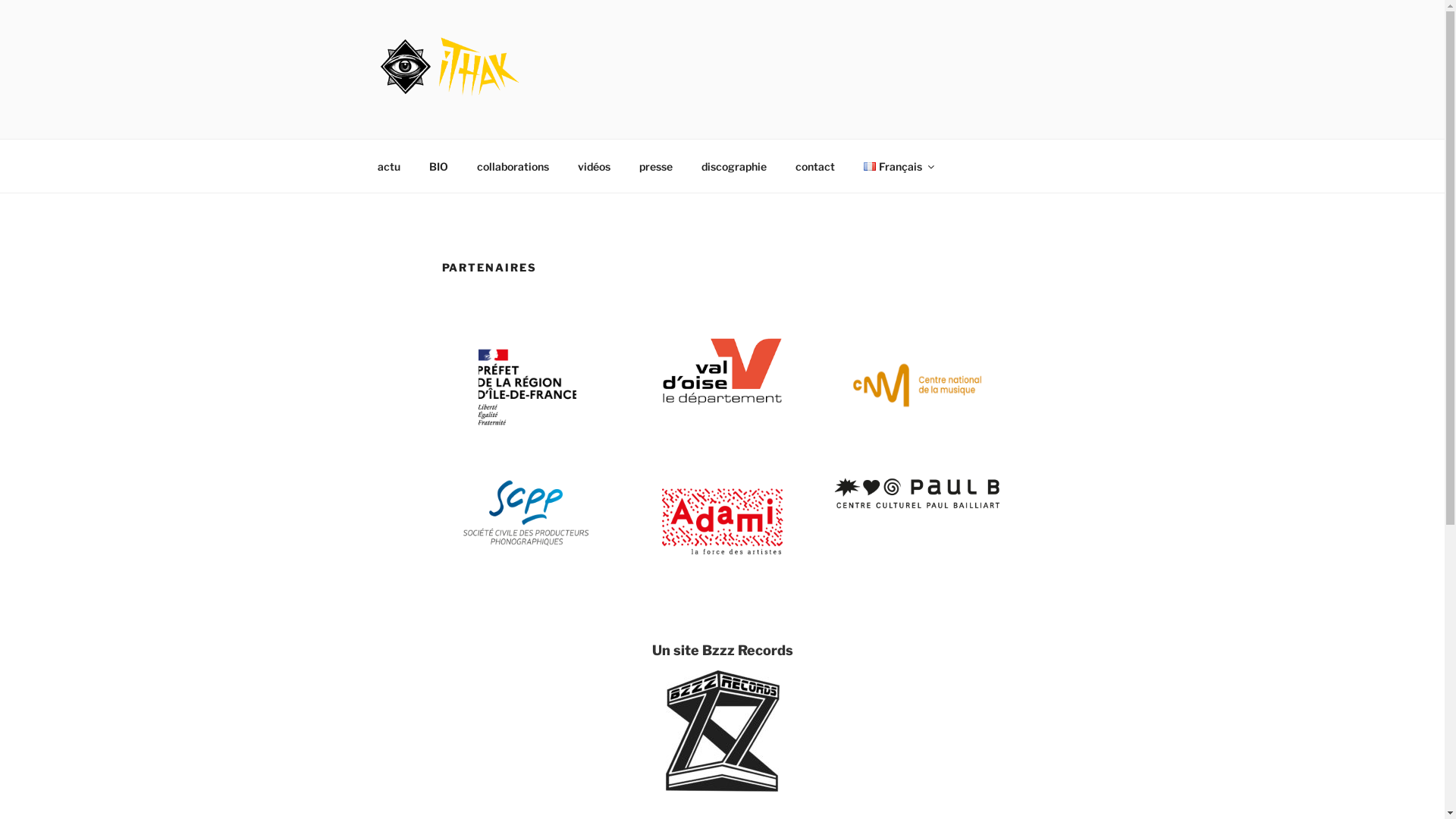 The image size is (1456, 819). Describe the element at coordinates (814, 165) in the screenshot. I see `'contact'` at that location.